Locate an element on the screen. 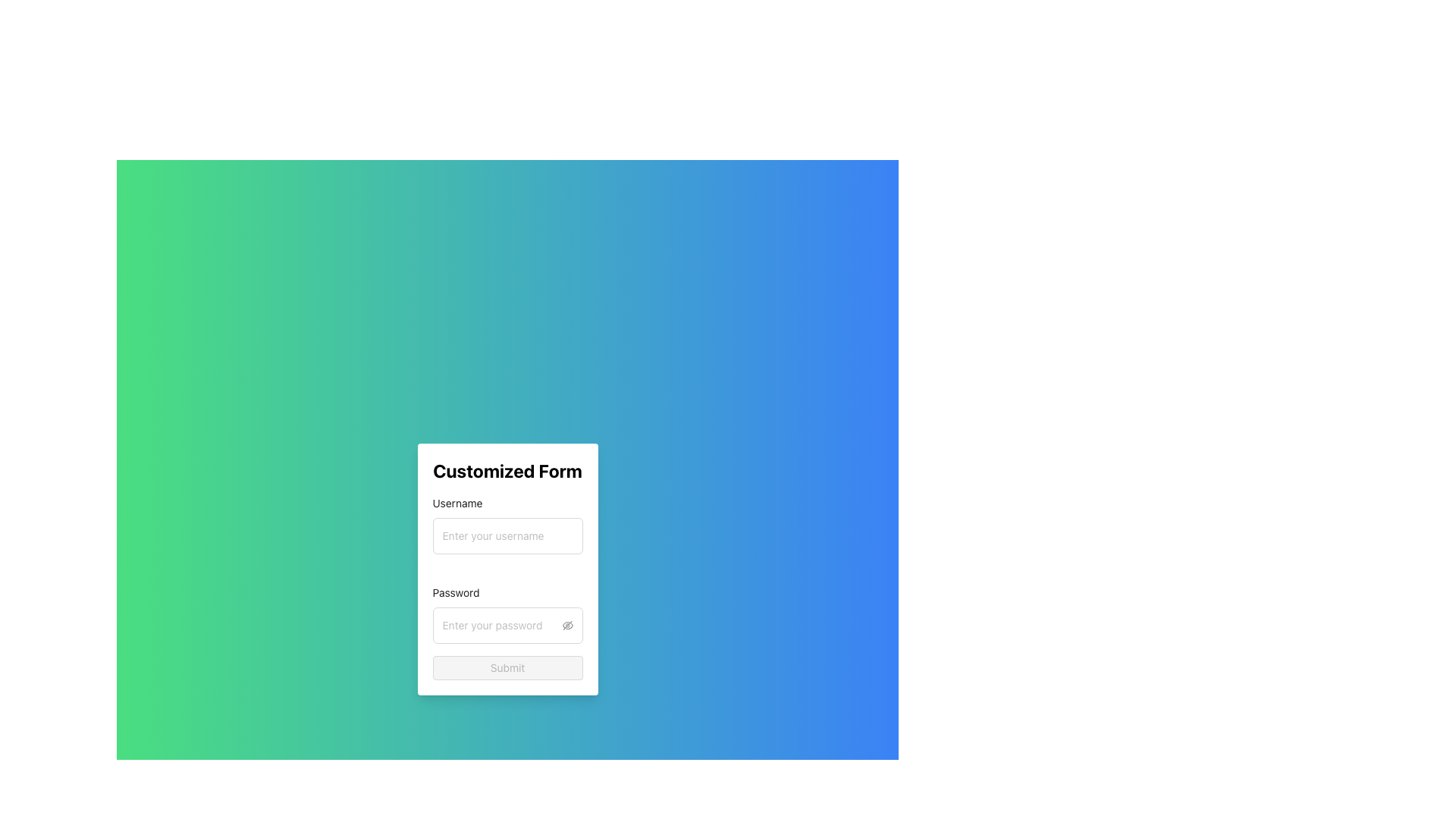  the submit button located at the bottom of the form, directly underneath the password input field is located at coordinates (507, 667).